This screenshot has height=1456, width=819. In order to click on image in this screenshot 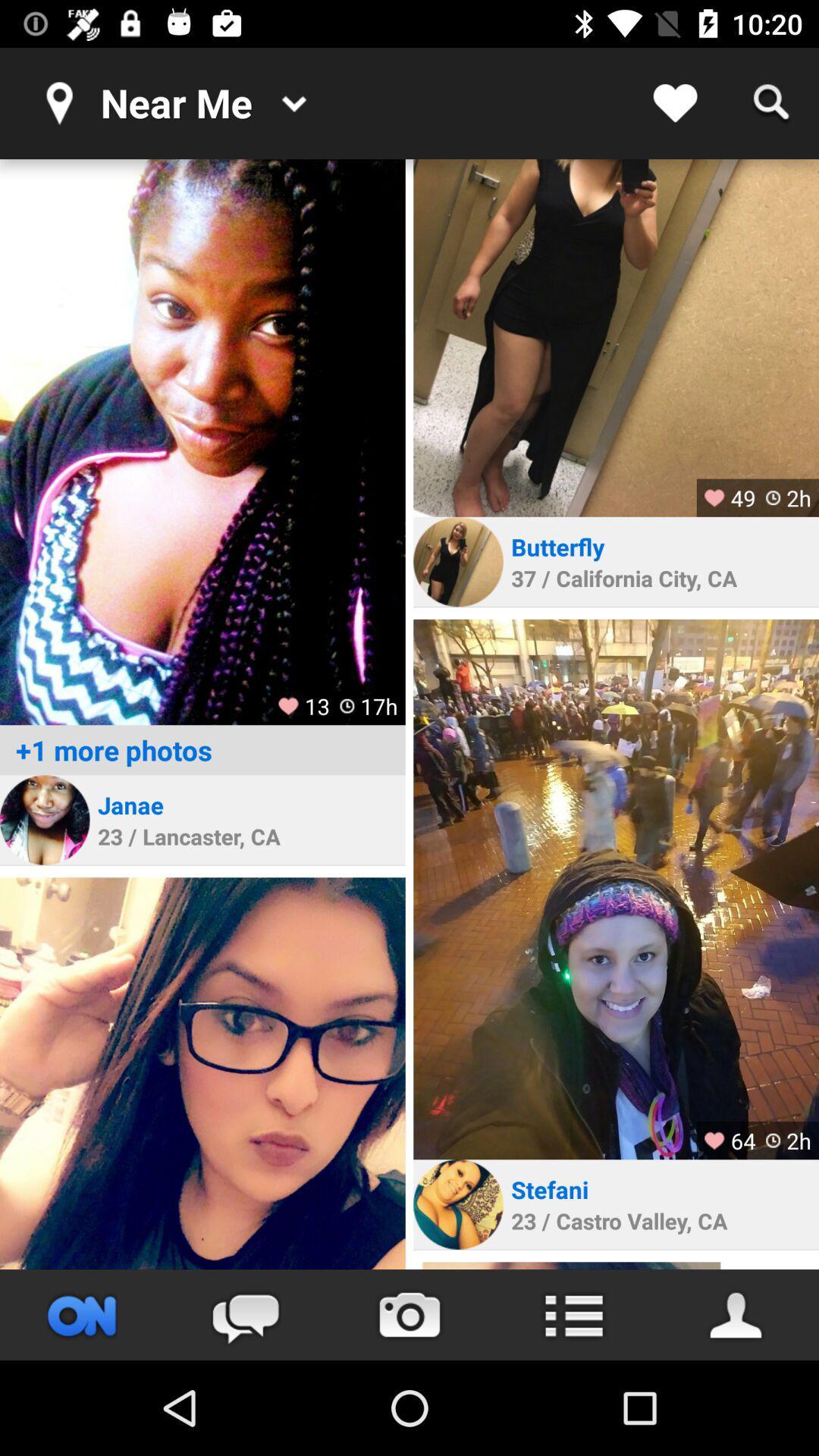, I will do `click(616, 337)`.